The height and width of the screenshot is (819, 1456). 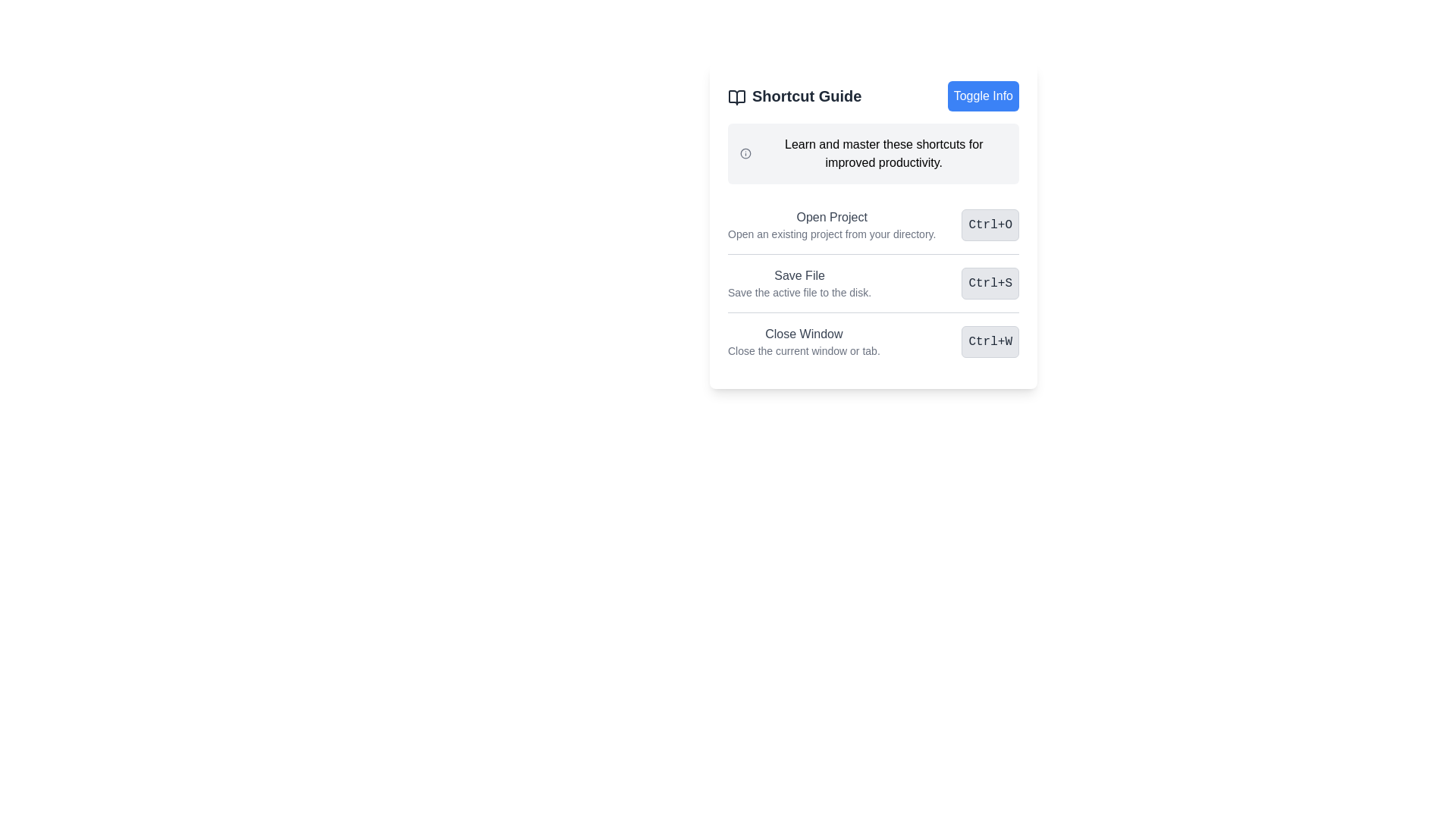 What do you see at coordinates (736, 96) in the screenshot?
I see `the small open book icon located to the left of the 'Shortcut Guide' text element in the upper-left area of the popup interface` at bounding box center [736, 96].